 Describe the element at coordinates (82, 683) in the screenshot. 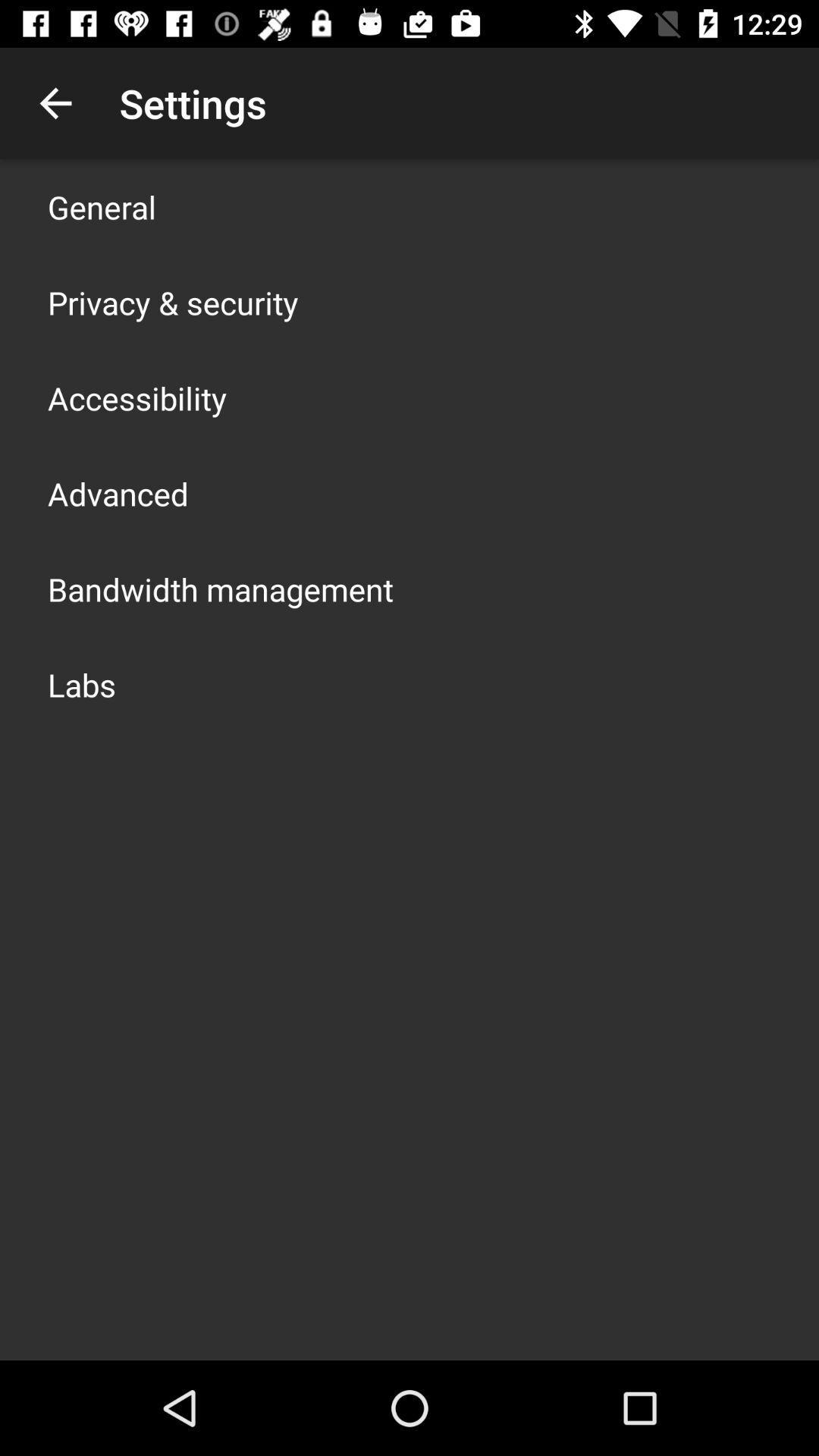

I see `labs` at that location.